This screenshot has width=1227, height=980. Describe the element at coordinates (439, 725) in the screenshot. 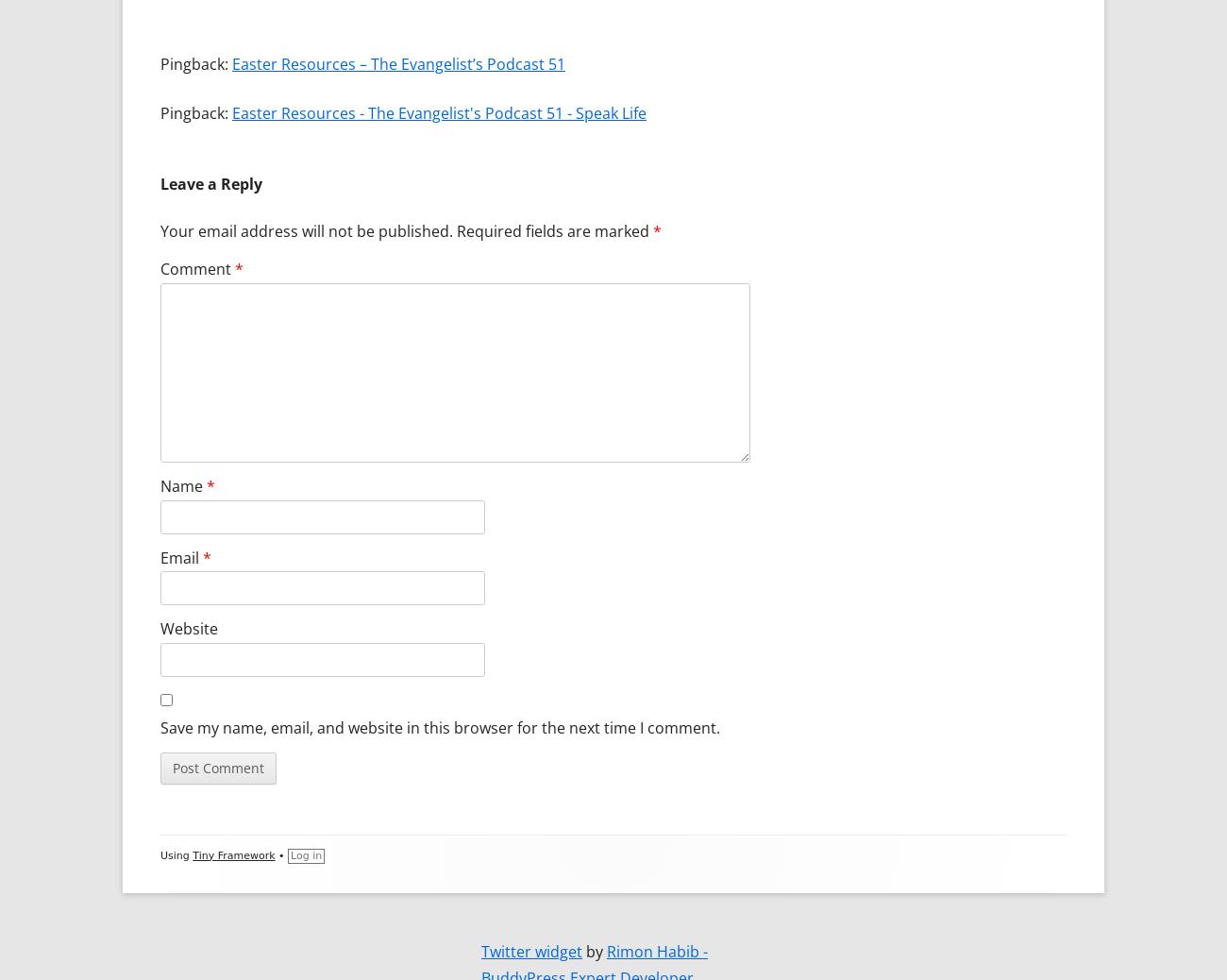

I see `'Save my name, email, and website in this browser for the next time I comment.'` at that location.